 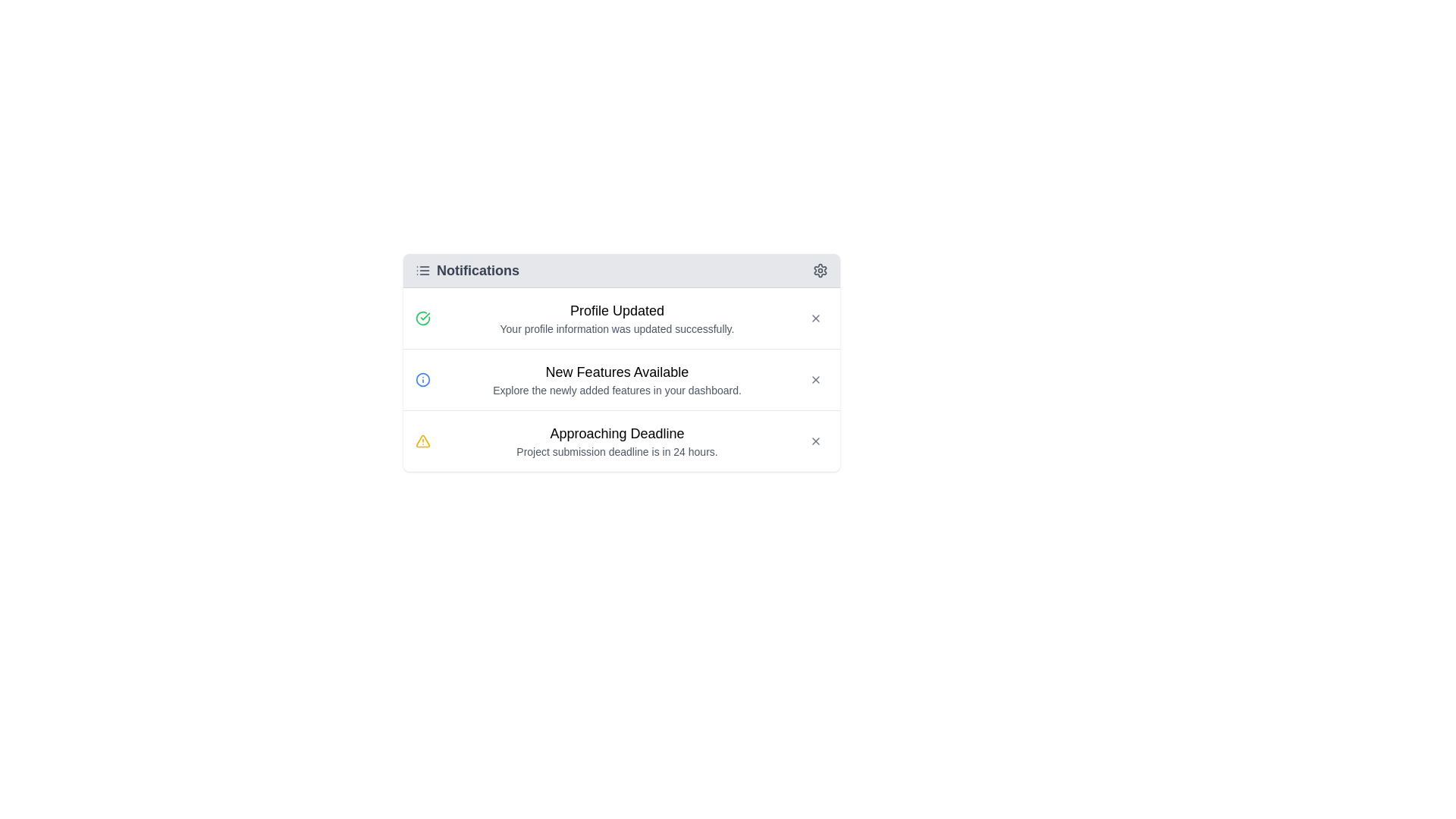 I want to click on the notification displayed in the text component that informs about an approaching deadline. This notification is the third item in the list, following 'Profile Updated' and 'New Features Available.', so click(x=617, y=441).